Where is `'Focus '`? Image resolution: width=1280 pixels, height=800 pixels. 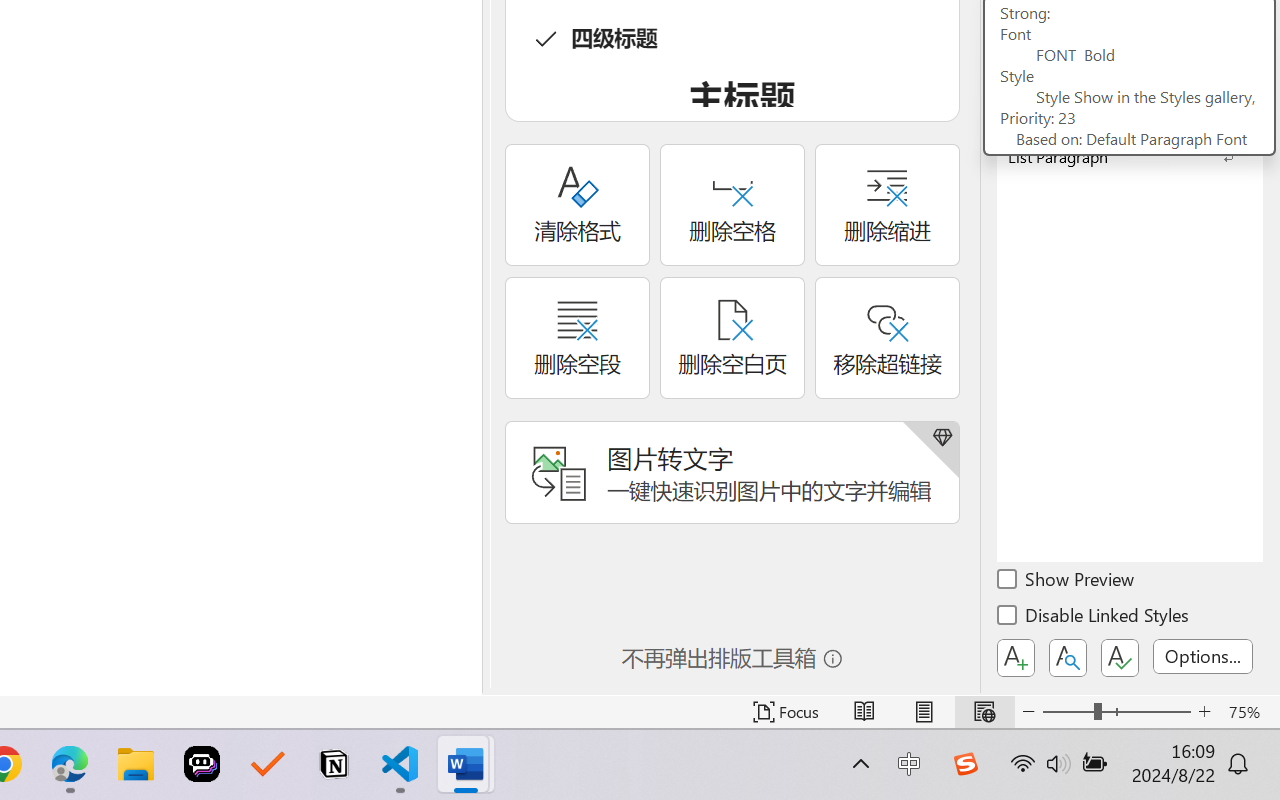 'Focus ' is located at coordinates (785, 711).